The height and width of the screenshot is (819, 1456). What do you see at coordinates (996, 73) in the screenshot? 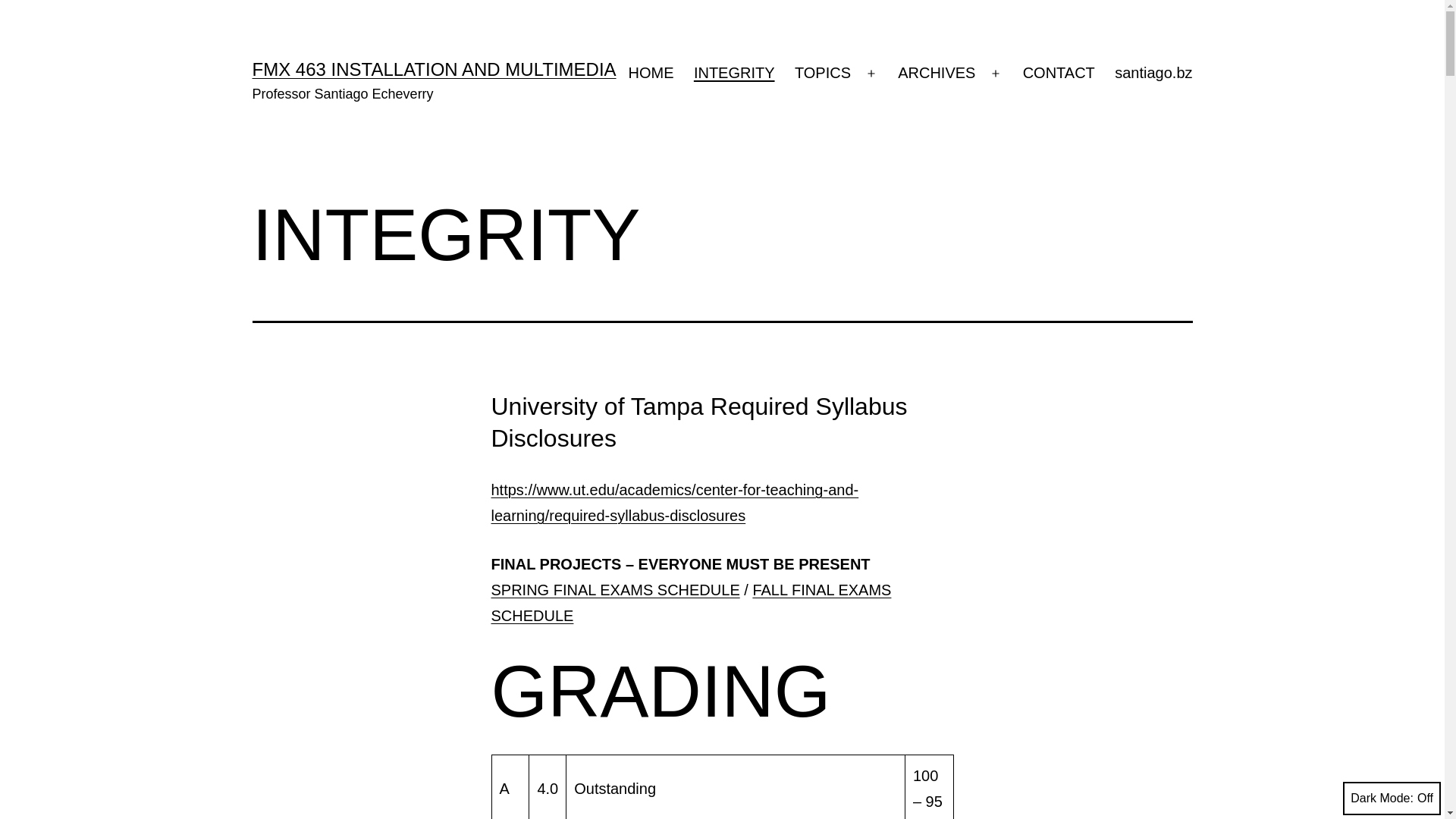
I see `'Open menu'` at bounding box center [996, 73].